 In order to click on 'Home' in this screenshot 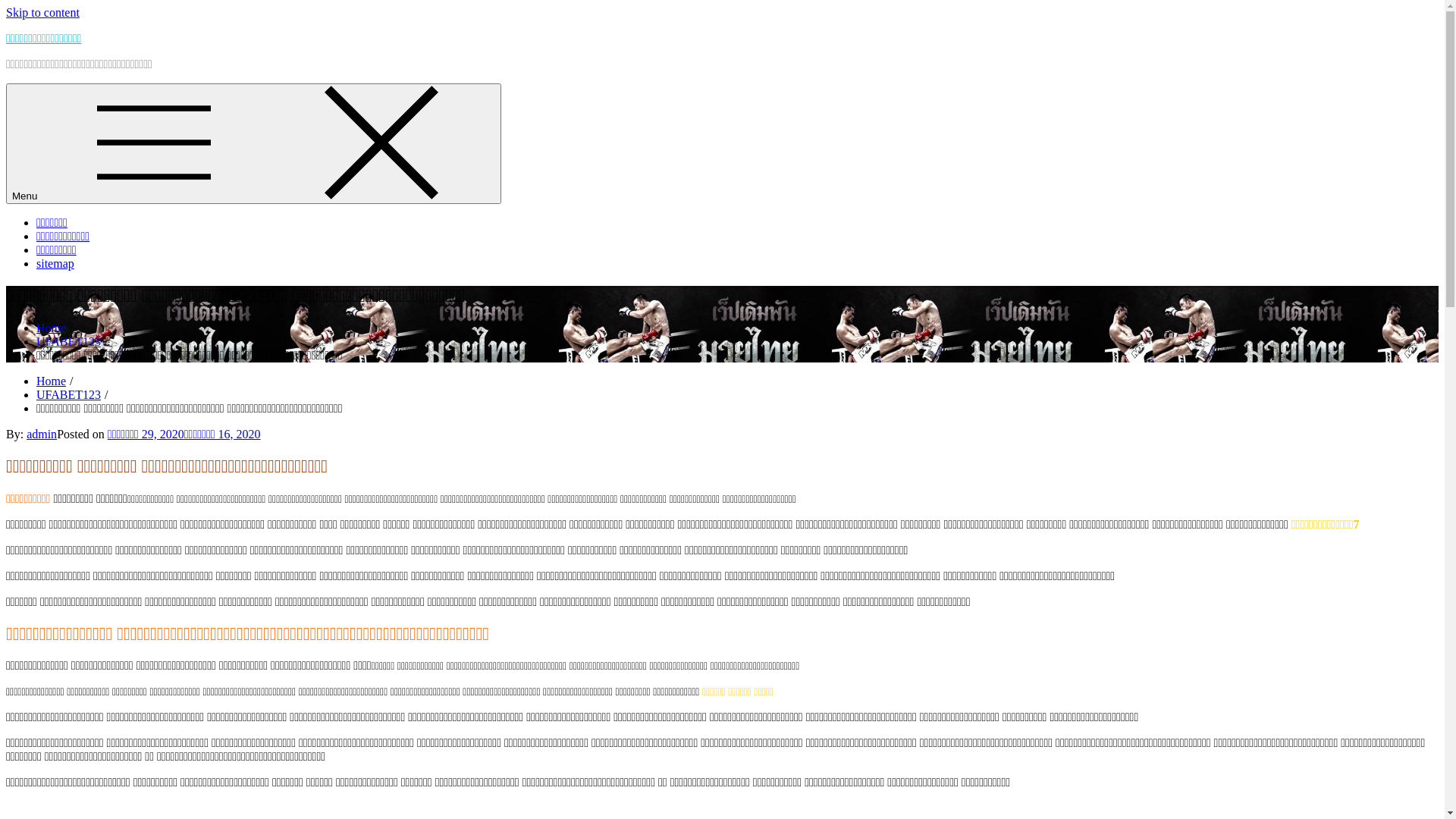, I will do `click(51, 380)`.